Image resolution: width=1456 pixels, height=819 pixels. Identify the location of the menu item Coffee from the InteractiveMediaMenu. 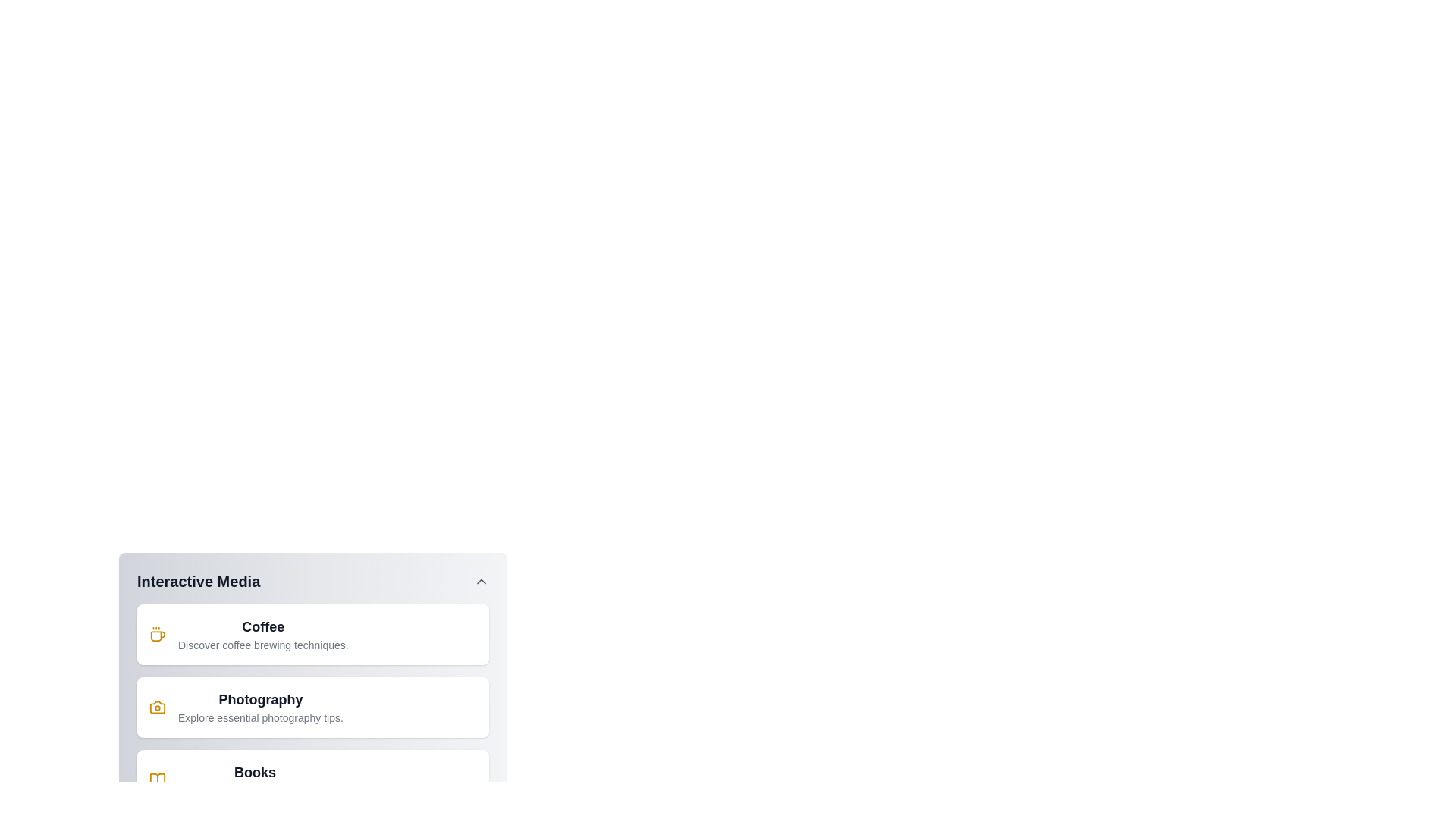
(312, 635).